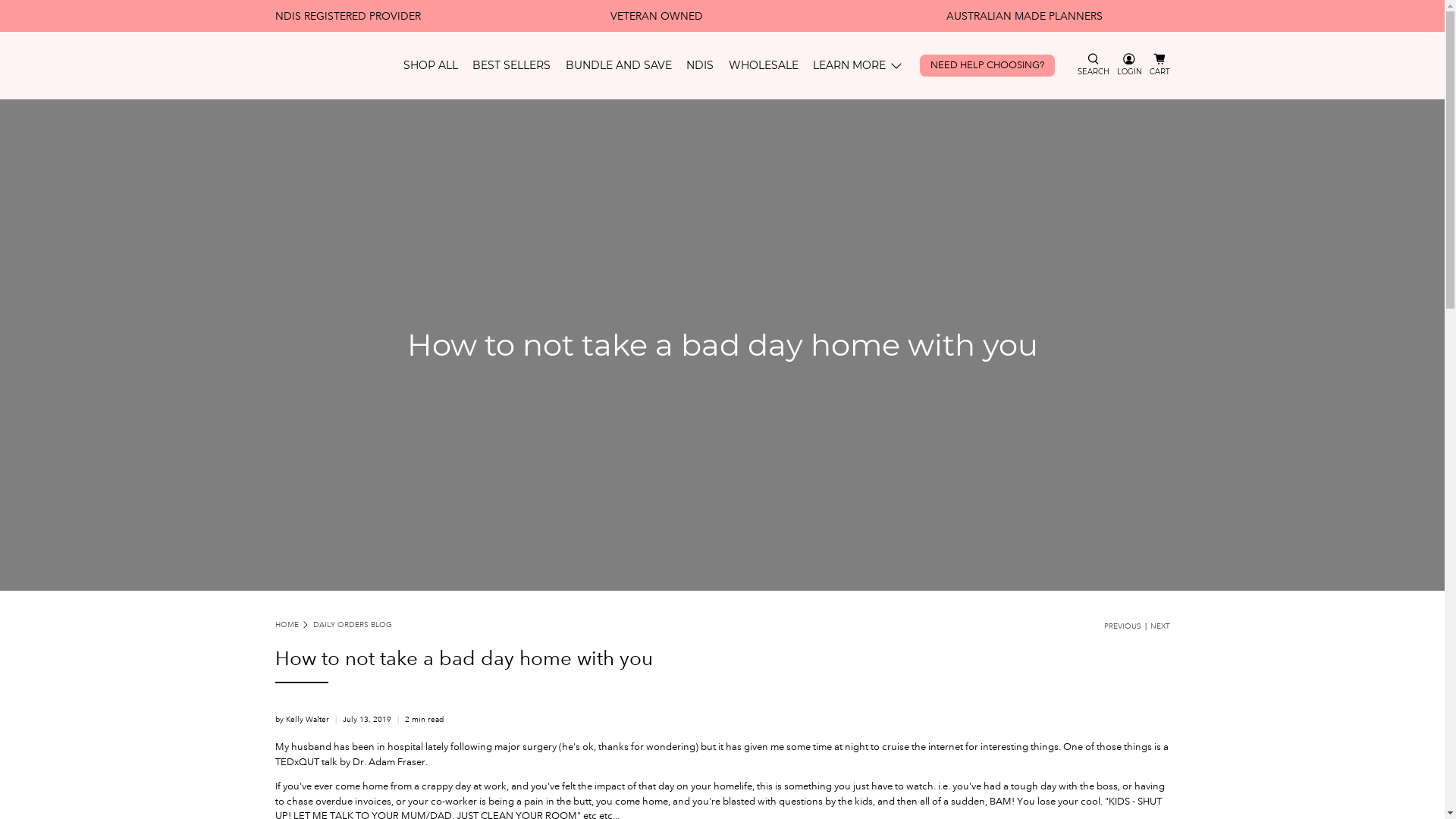  Describe the element at coordinates (1159, 64) in the screenshot. I see `'CART'` at that location.